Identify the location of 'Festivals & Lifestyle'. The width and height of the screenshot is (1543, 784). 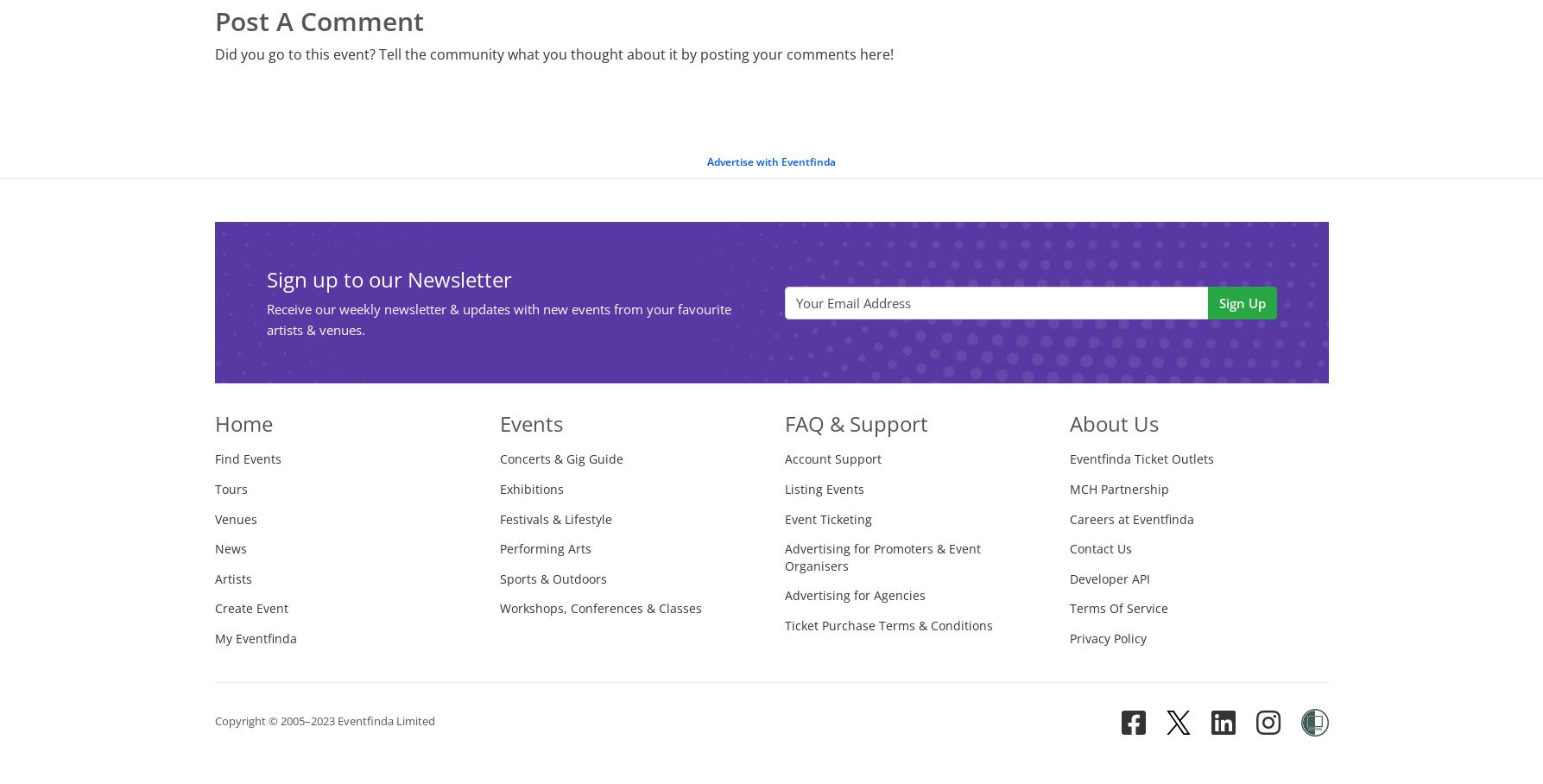
(553, 518).